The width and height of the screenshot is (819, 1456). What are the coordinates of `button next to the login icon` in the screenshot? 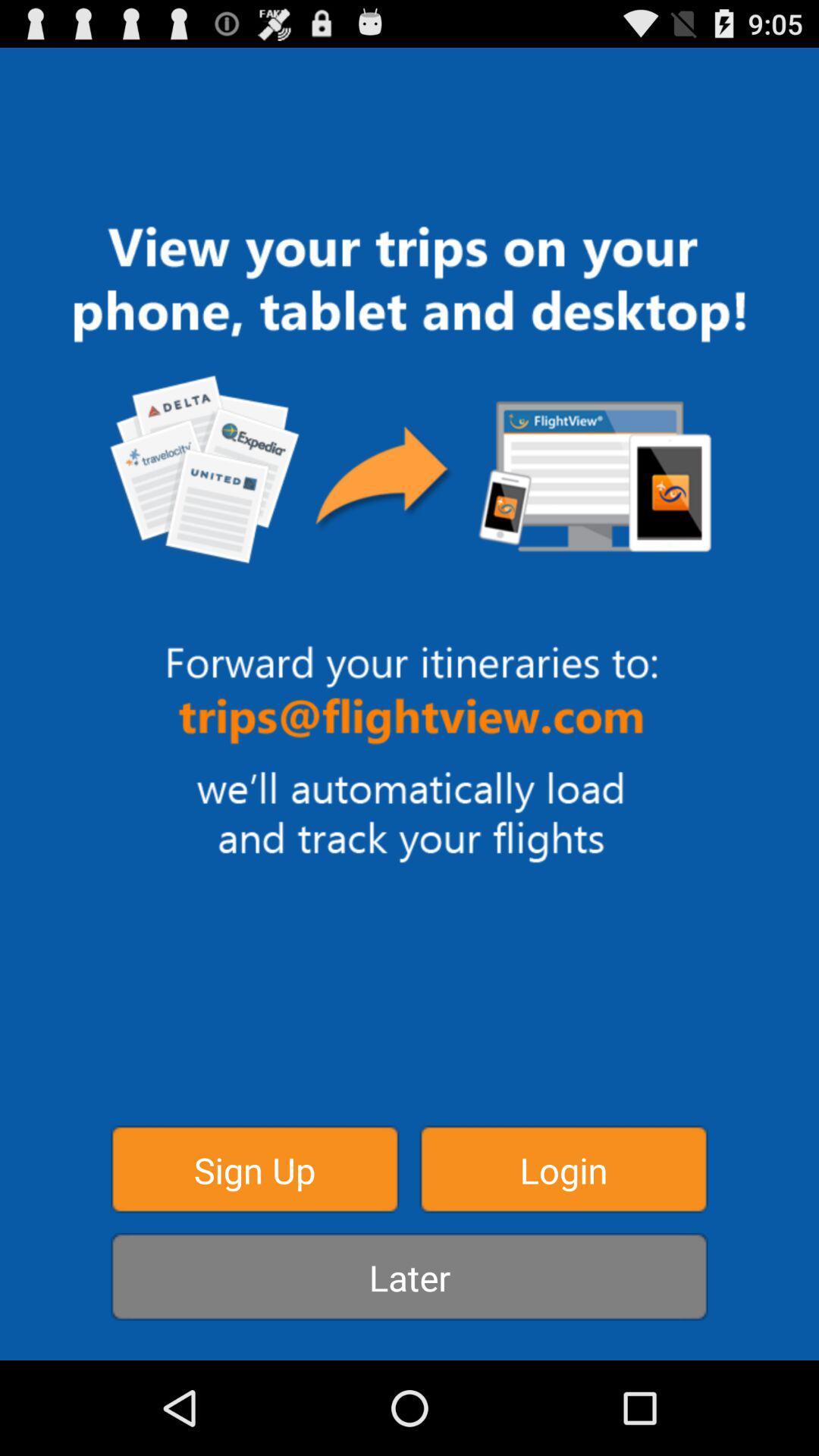 It's located at (254, 1168).